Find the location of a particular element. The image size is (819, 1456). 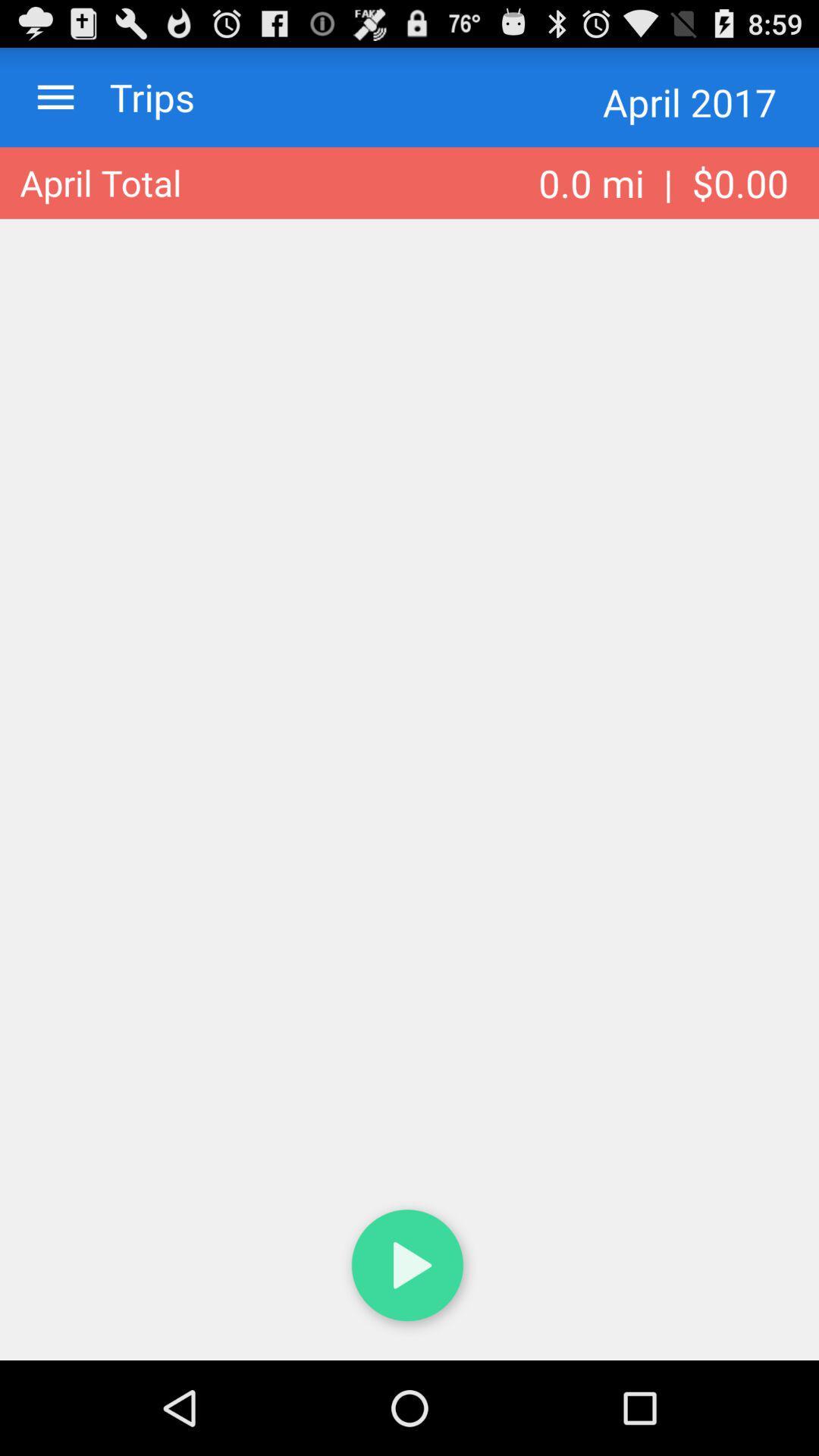

switch to play button is located at coordinates (409, 1269).